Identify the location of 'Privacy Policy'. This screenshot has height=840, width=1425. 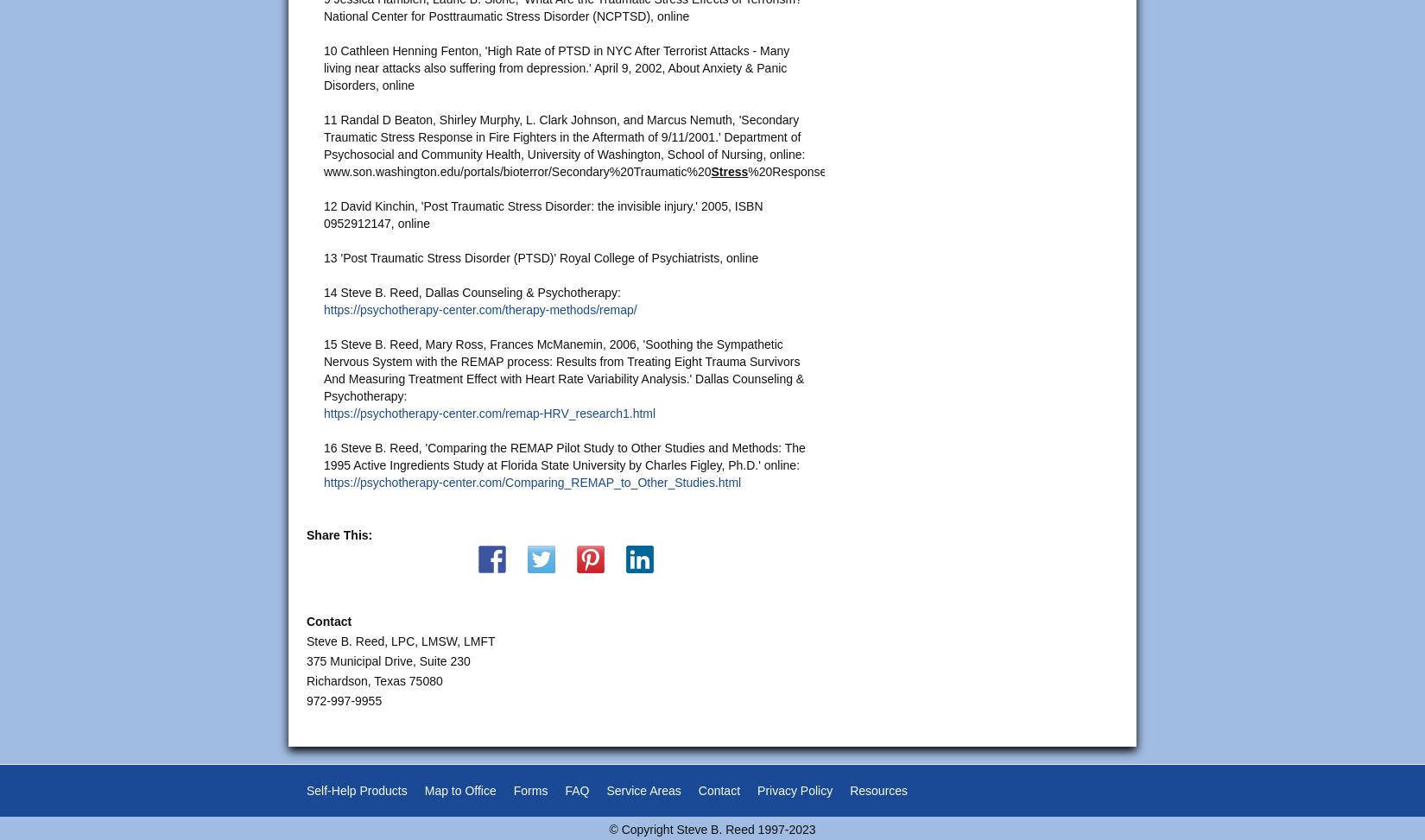
(795, 789).